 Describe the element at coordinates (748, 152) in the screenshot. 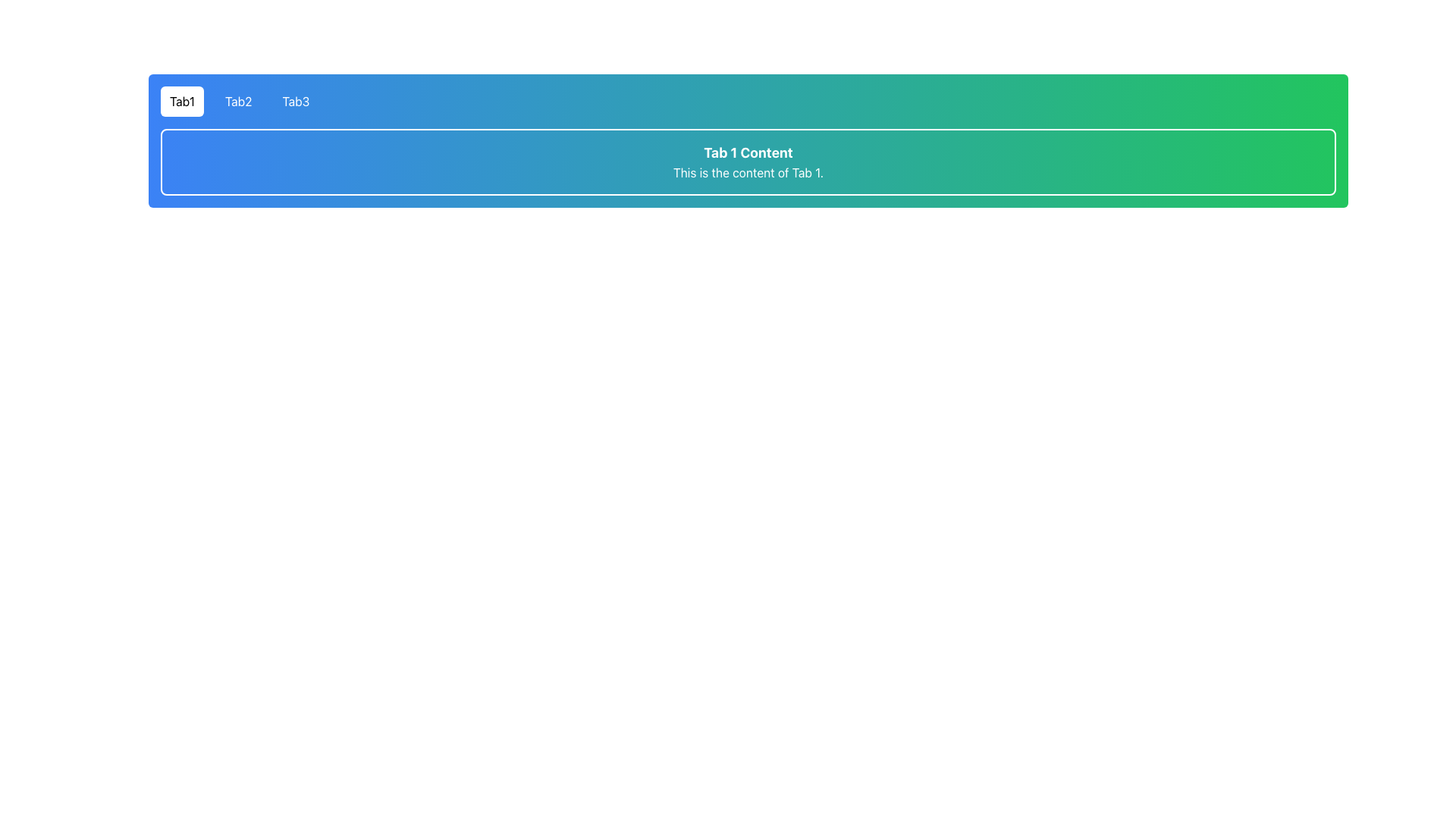

I see `the static text element titled 'Tab 1 Content' that indicates the active section currently being viewed` at that location.